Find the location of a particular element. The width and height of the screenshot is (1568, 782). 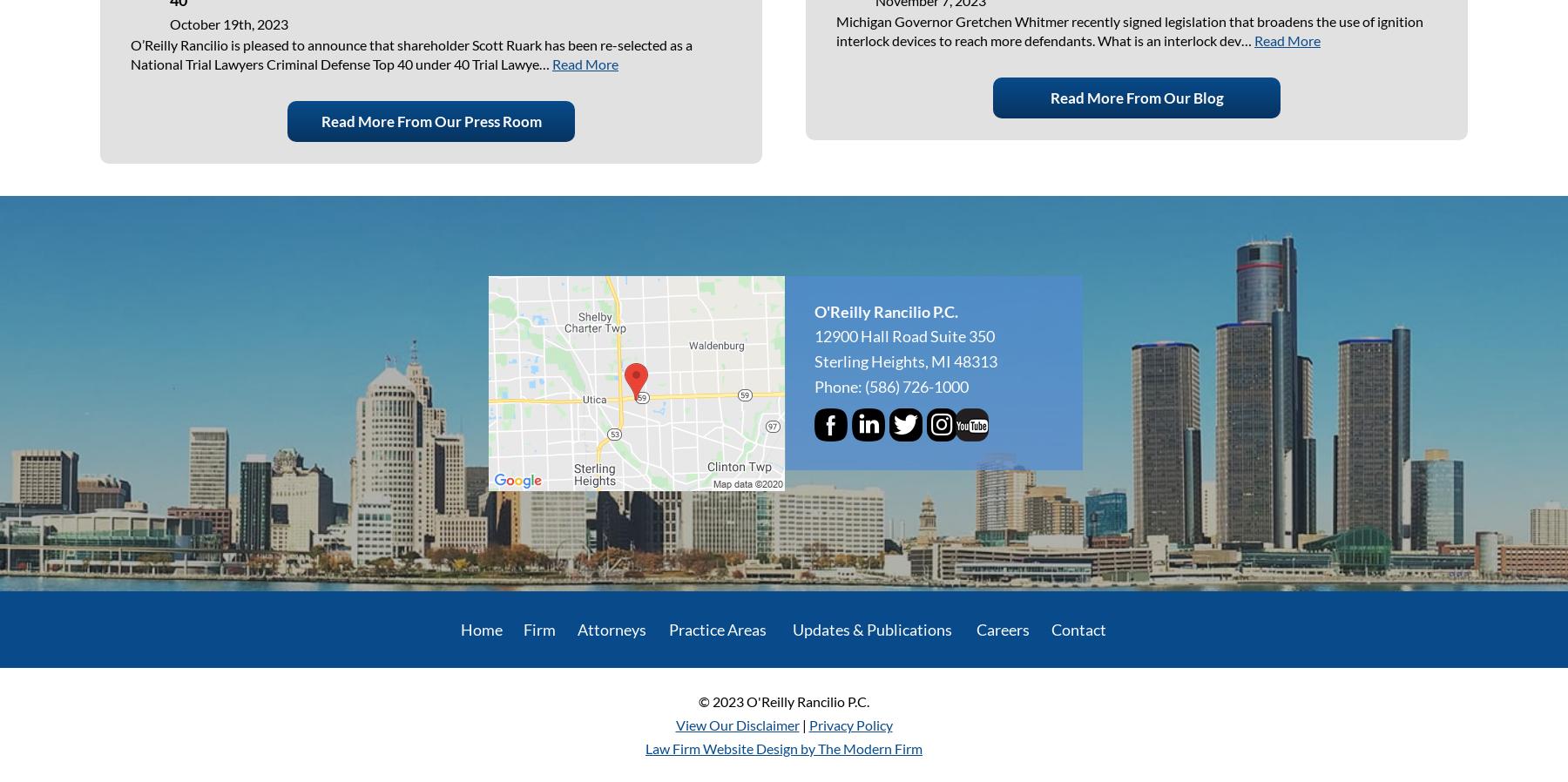

'Home' is located at coordinates (480, 628).